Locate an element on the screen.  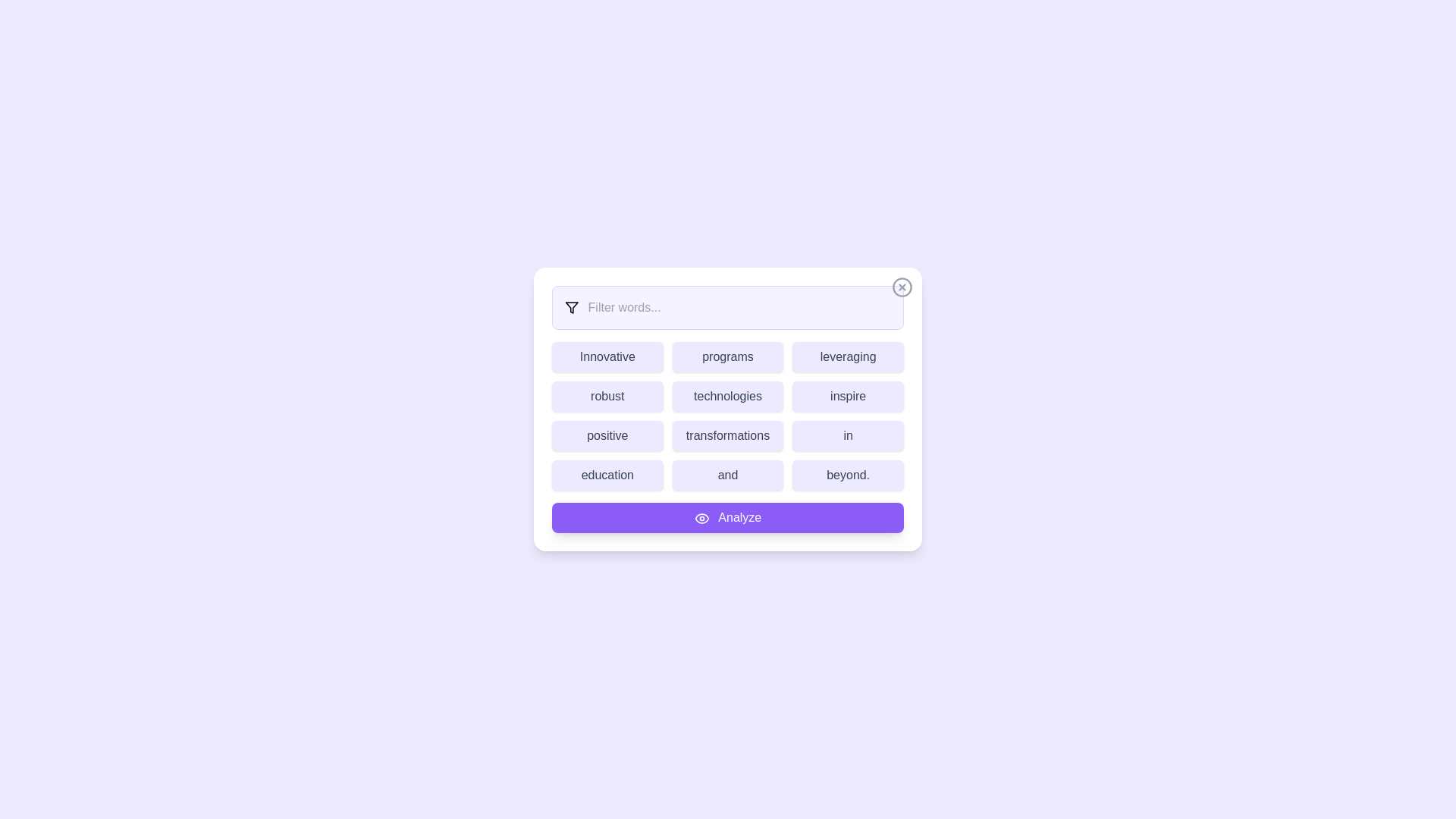
the Analyze button to trigger the analyze action is located at coordinates (728, 516).